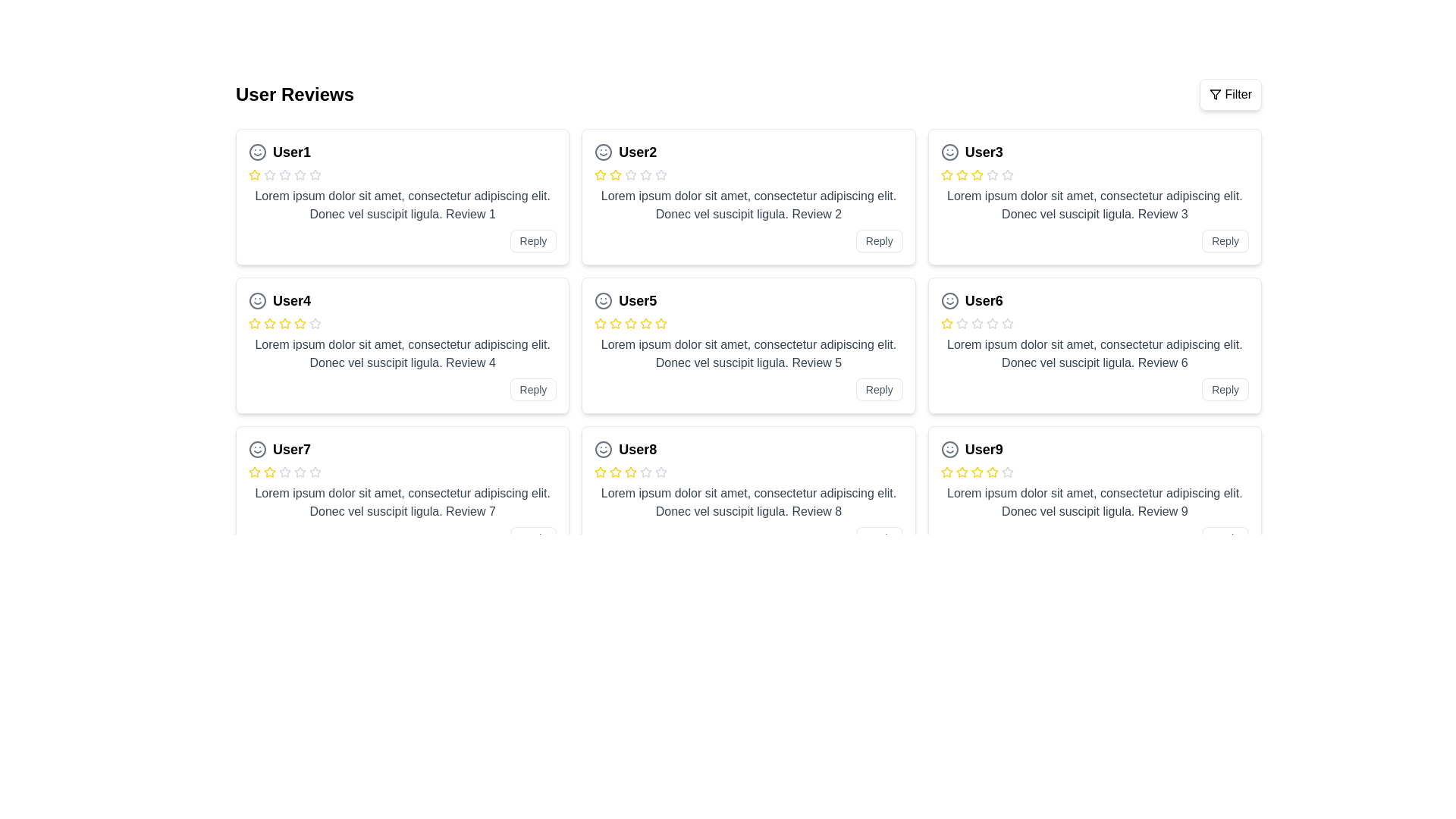 Image resolution: width=1456 pixels, height=819 pixels. I want to click on the fifth star-shaped yellow icon in the rating system for 'User5', so click(646, 323).